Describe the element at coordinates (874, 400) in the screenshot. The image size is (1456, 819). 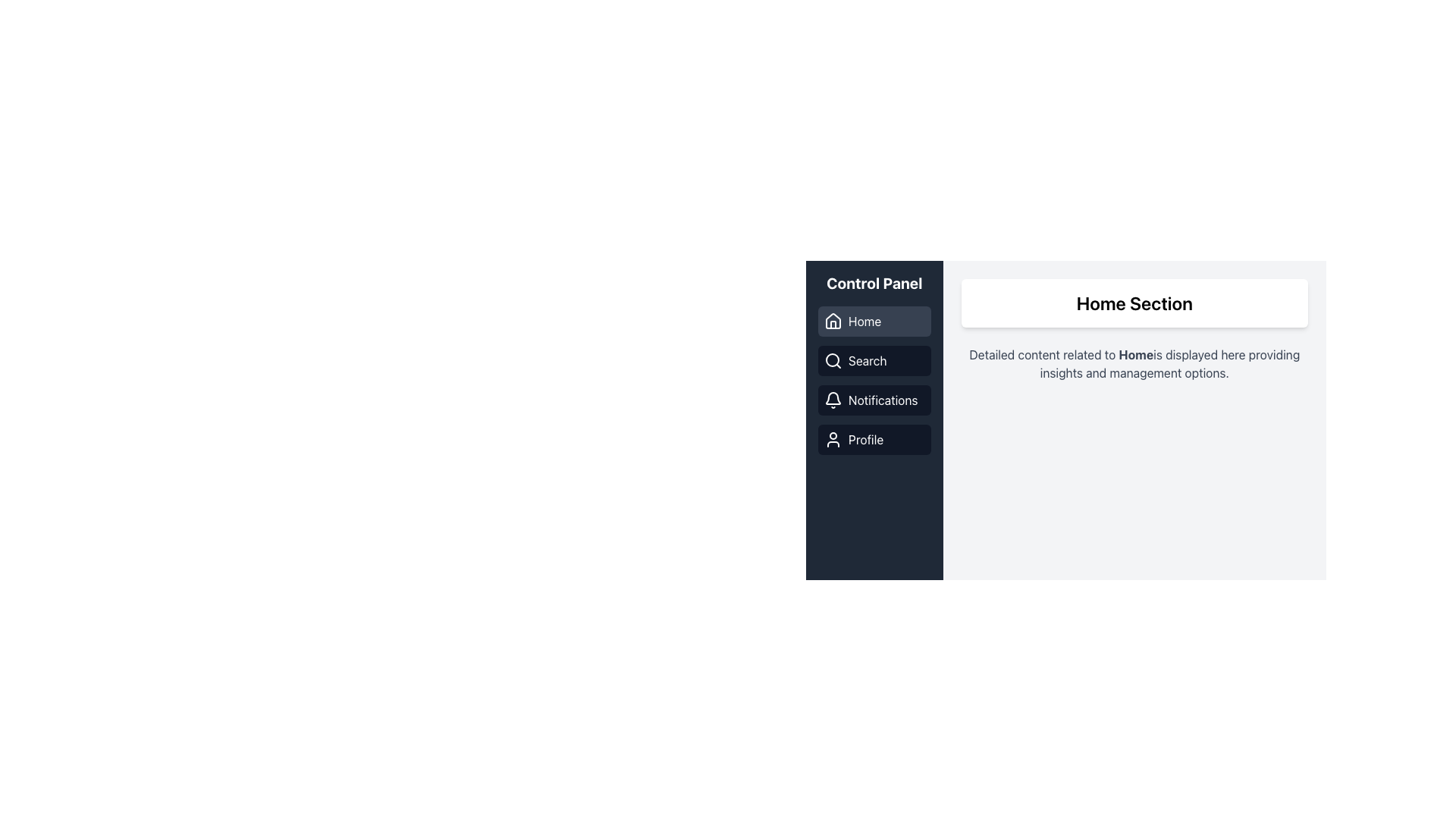
I see `the 'Notifications' button, which features a bell icon and white text on a dark background, located in the Control Panel navigation menu as the third option` at that location.